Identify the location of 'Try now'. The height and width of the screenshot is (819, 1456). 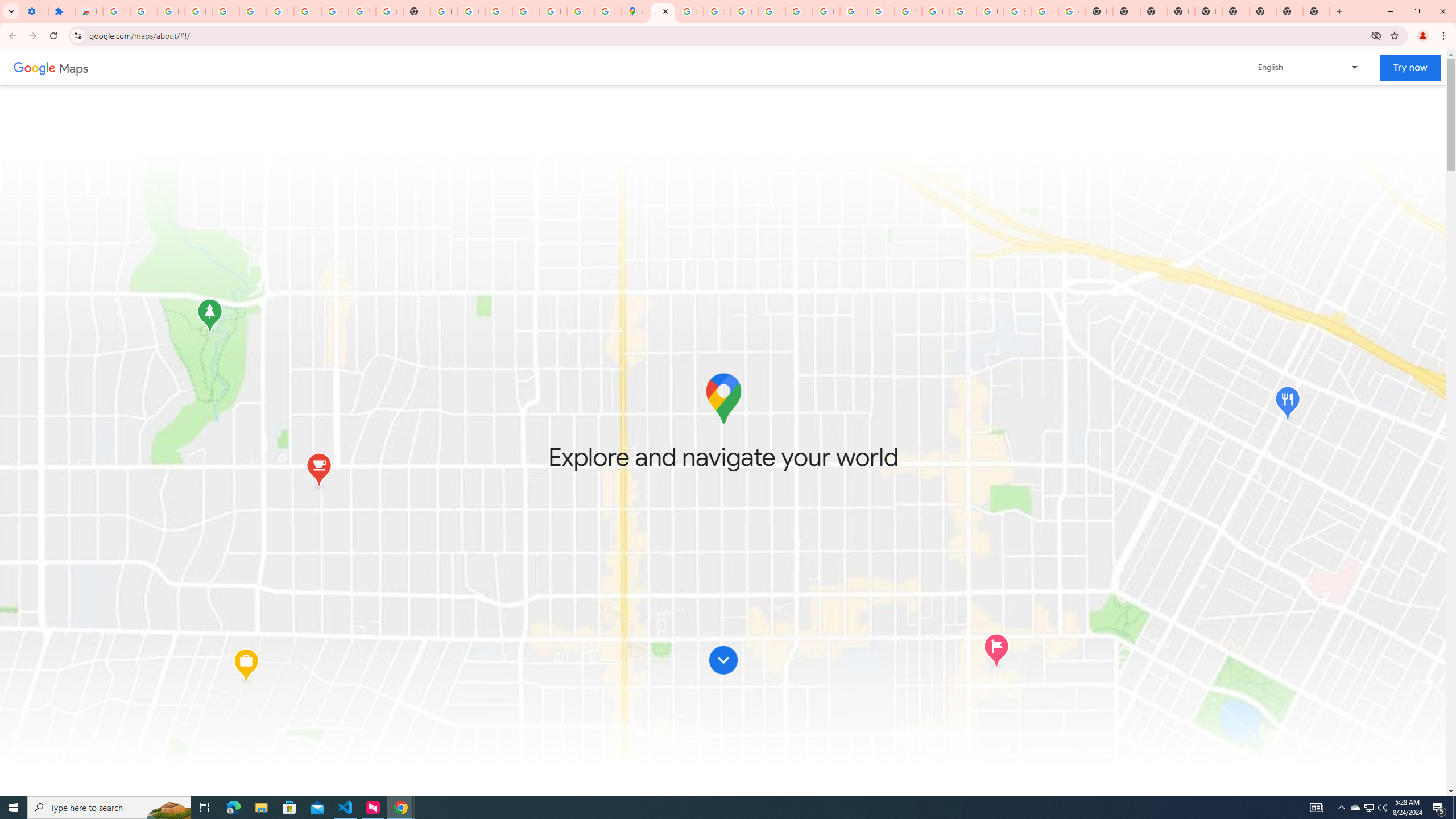
(1409, 67).